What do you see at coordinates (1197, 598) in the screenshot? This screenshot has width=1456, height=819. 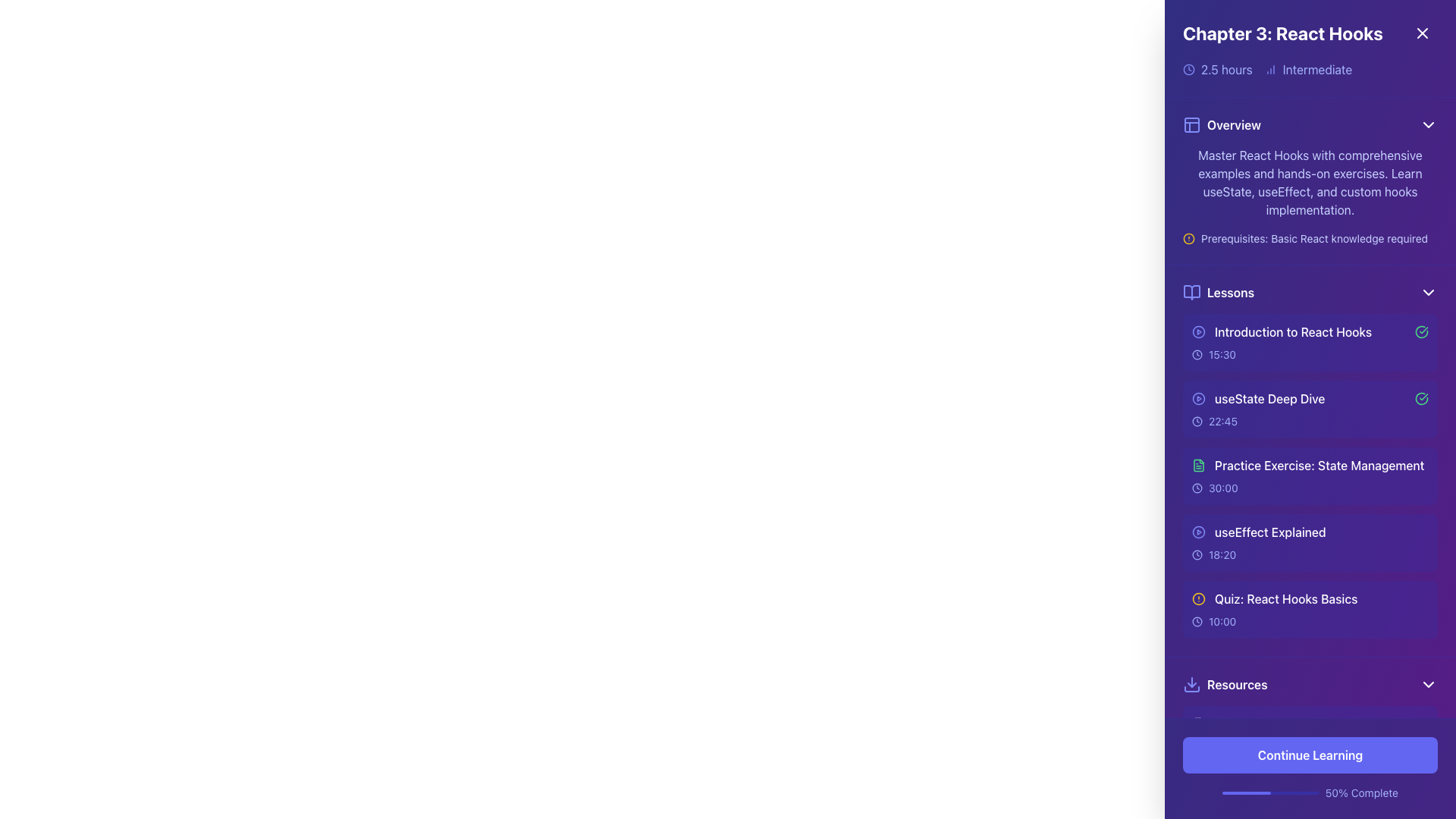 I see `the circular SVG element representing the warning icon associated with the 'Quiz: React Hooks Basics' entry in the sidebar module` at bounding box center [1197, 598].